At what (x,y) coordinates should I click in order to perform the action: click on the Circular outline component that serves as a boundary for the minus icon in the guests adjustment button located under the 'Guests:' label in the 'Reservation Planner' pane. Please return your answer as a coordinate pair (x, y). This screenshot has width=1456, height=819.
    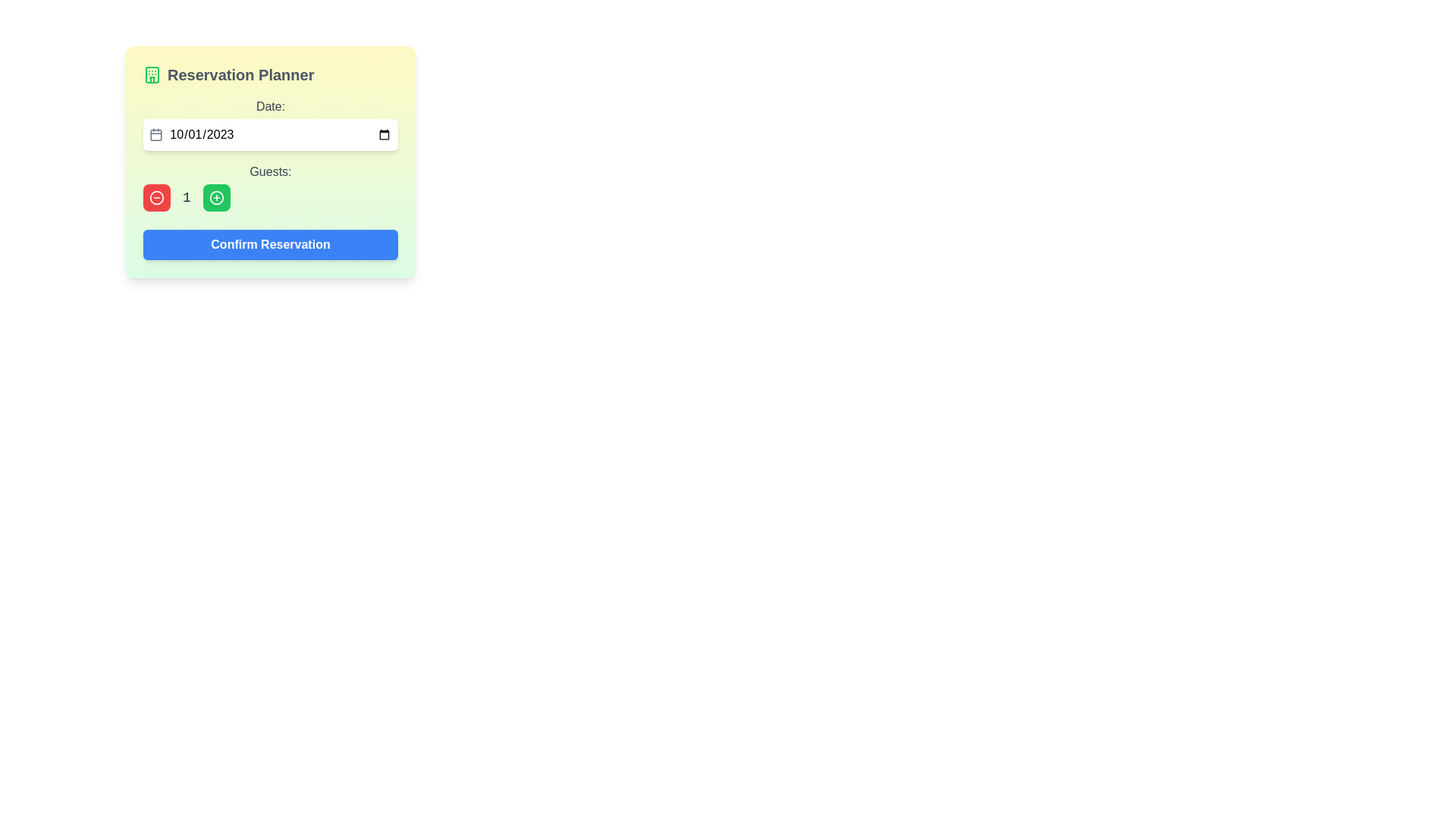
    Looking at the image, I should click on (156, 197).